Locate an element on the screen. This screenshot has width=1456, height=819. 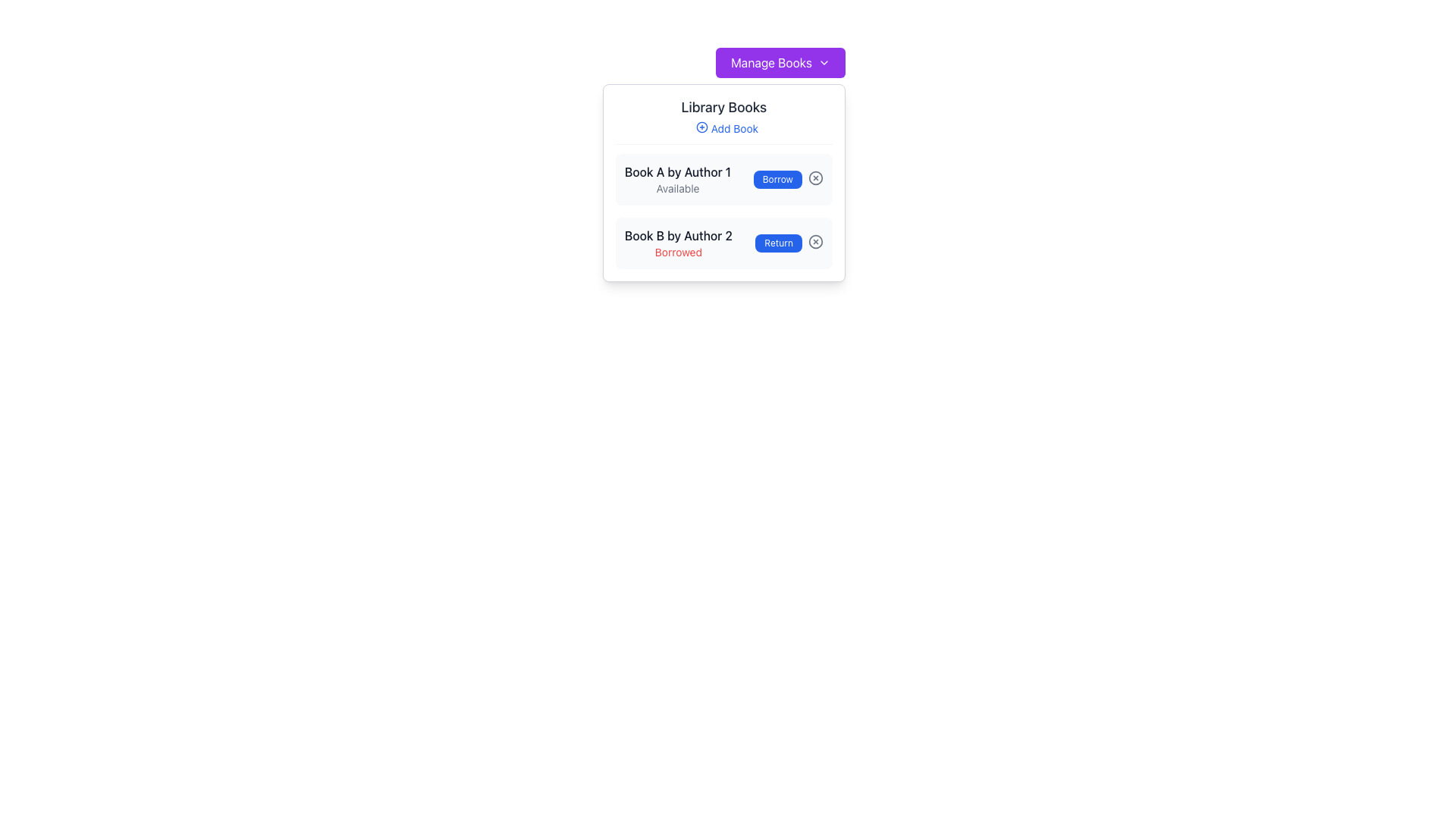
the button on the right side of 'Book A by Author 1' in the 'Library Books' section to initiate borrowing the book is located at coordinates (777, 178).